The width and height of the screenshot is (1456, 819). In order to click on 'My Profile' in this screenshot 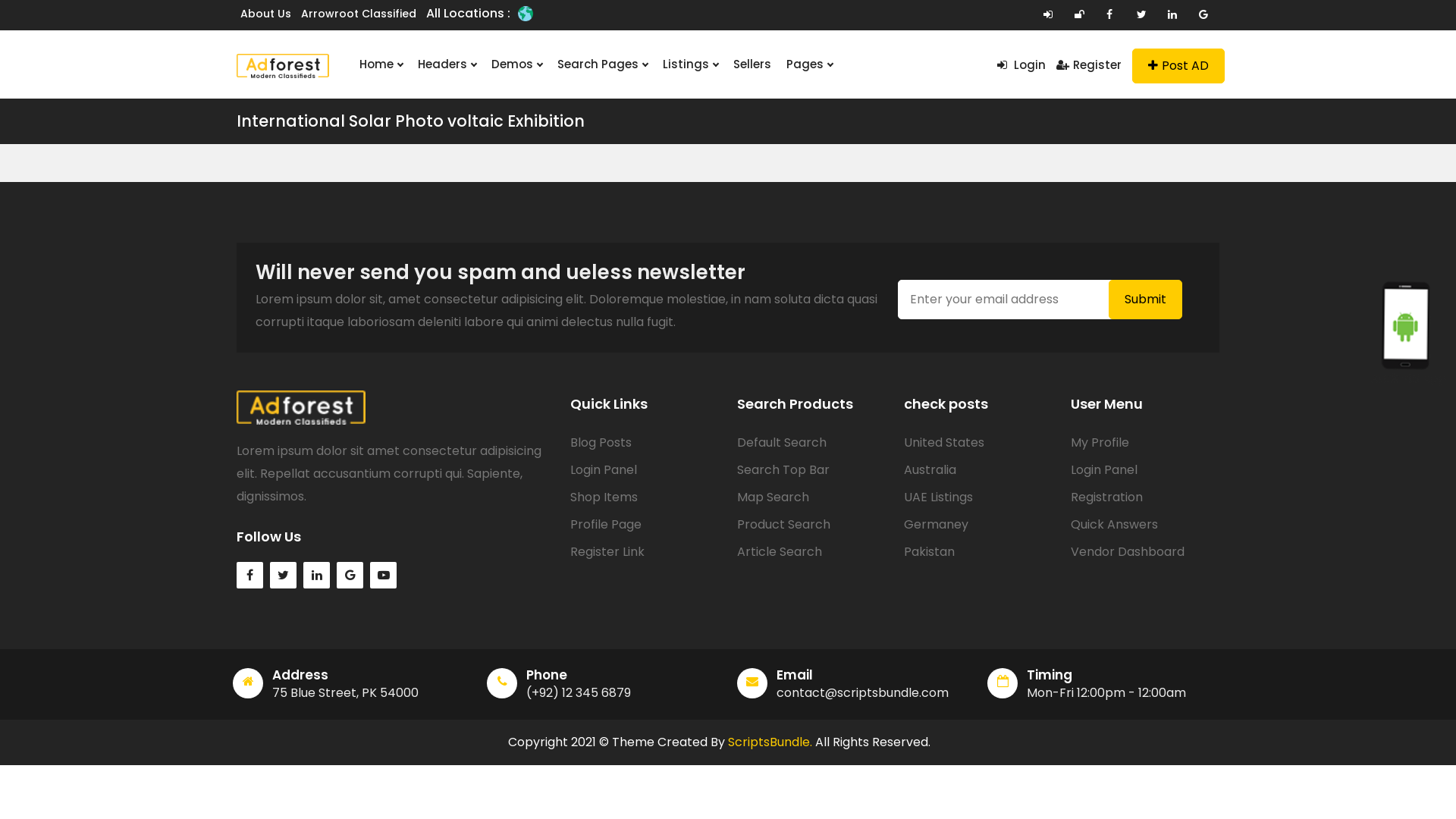, I will do `click(1100, 442)`.